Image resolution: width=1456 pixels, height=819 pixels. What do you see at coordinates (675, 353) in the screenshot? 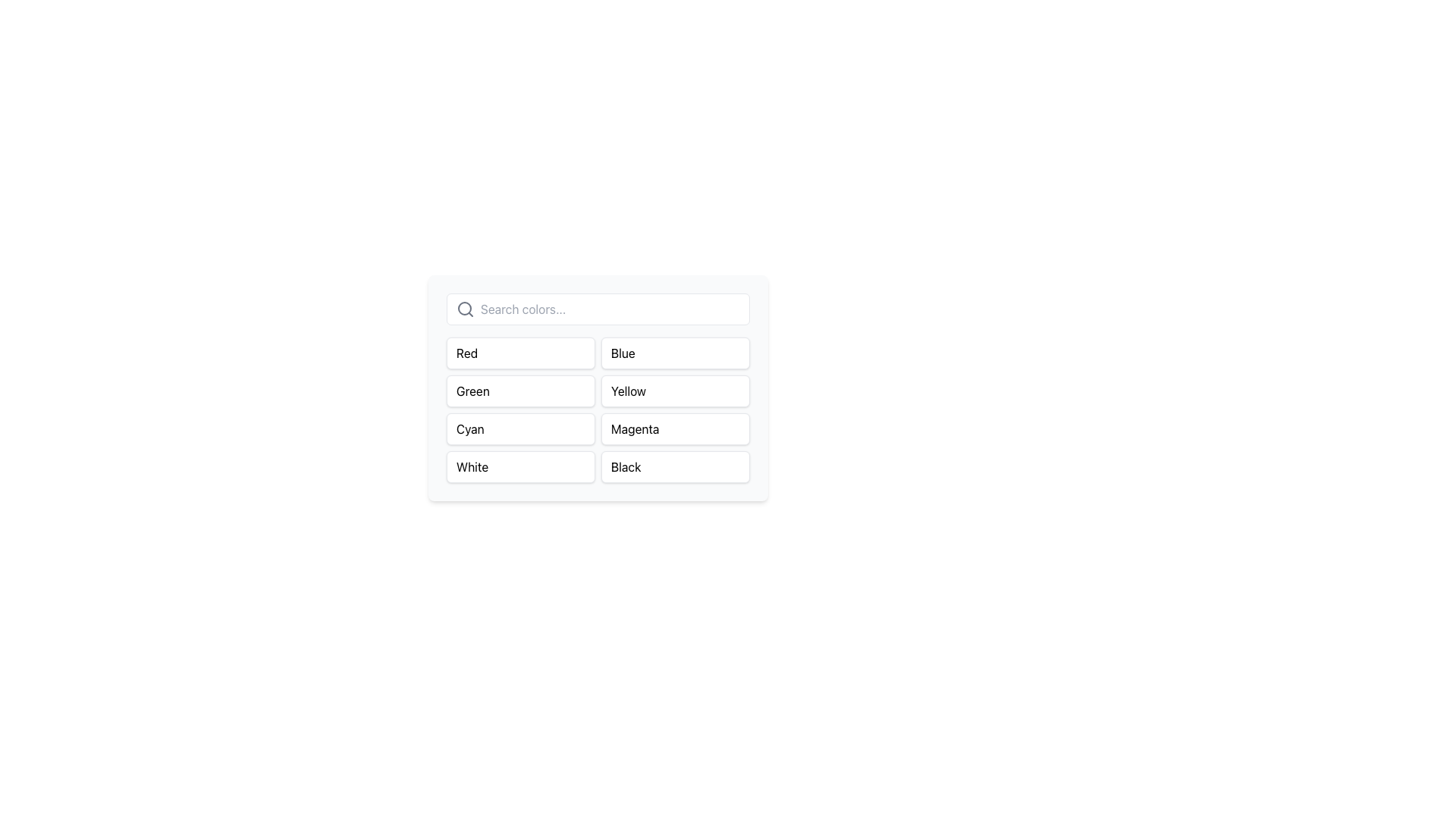
I see `the 'Blue' button located in the second column of the first row of the grid` at bounding box center [675, 353].